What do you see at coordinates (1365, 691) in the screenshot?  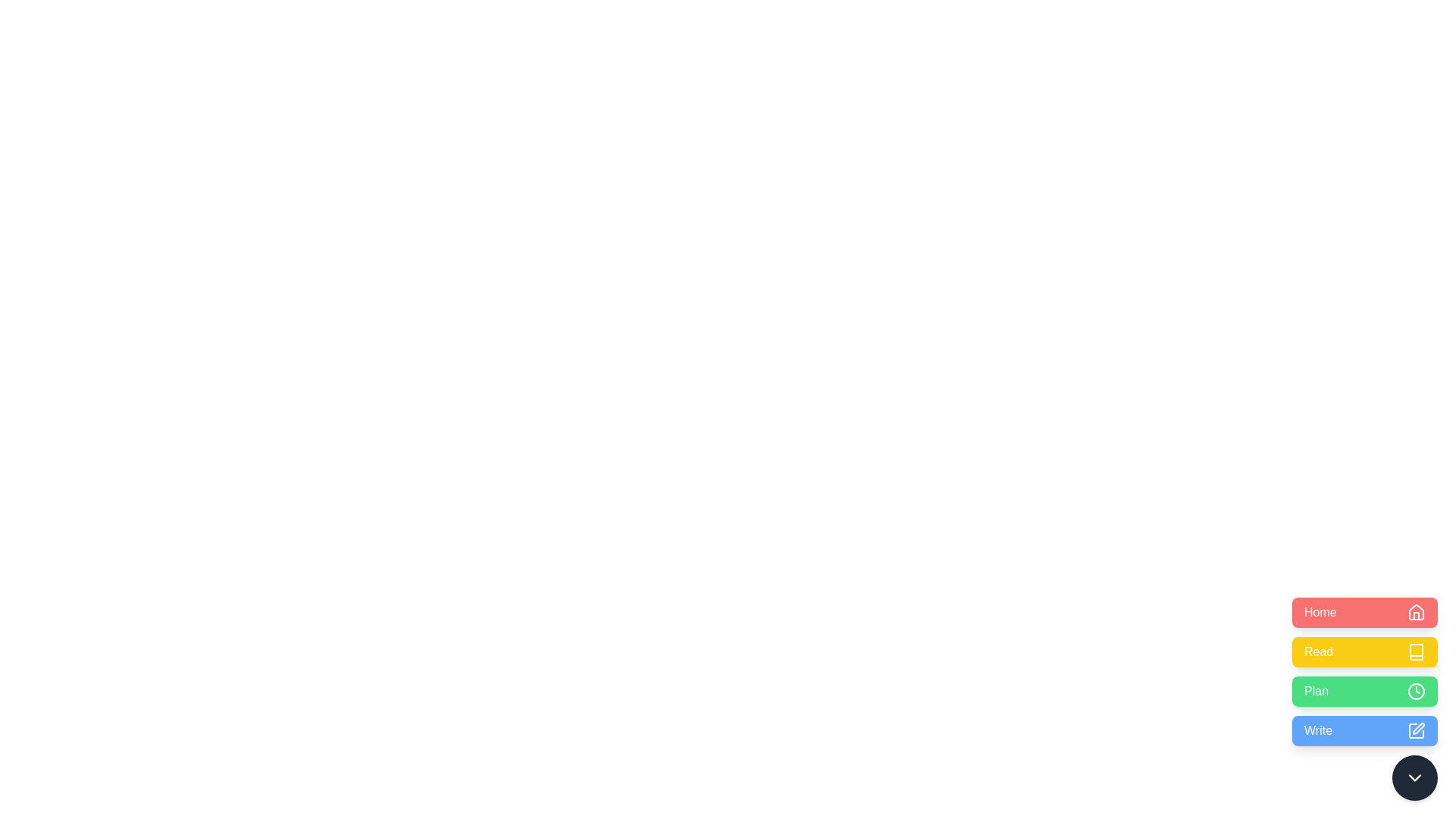 I see `the Plan button` at bounding box center [1365, 691].